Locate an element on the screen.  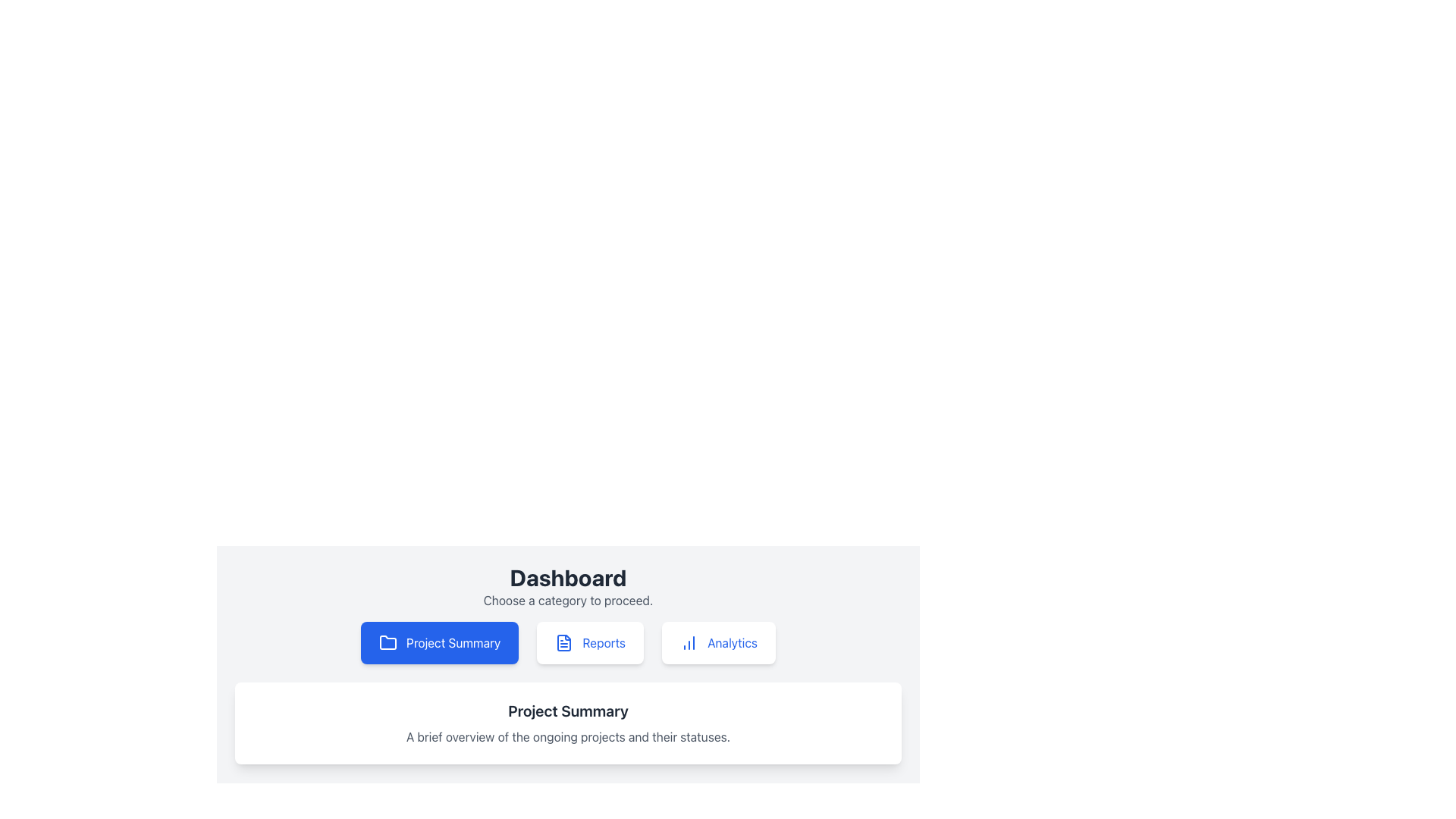
the static text element that instructs the user to select a category, located below the 'Dashboard' heading is located at coordinates (567, 599).